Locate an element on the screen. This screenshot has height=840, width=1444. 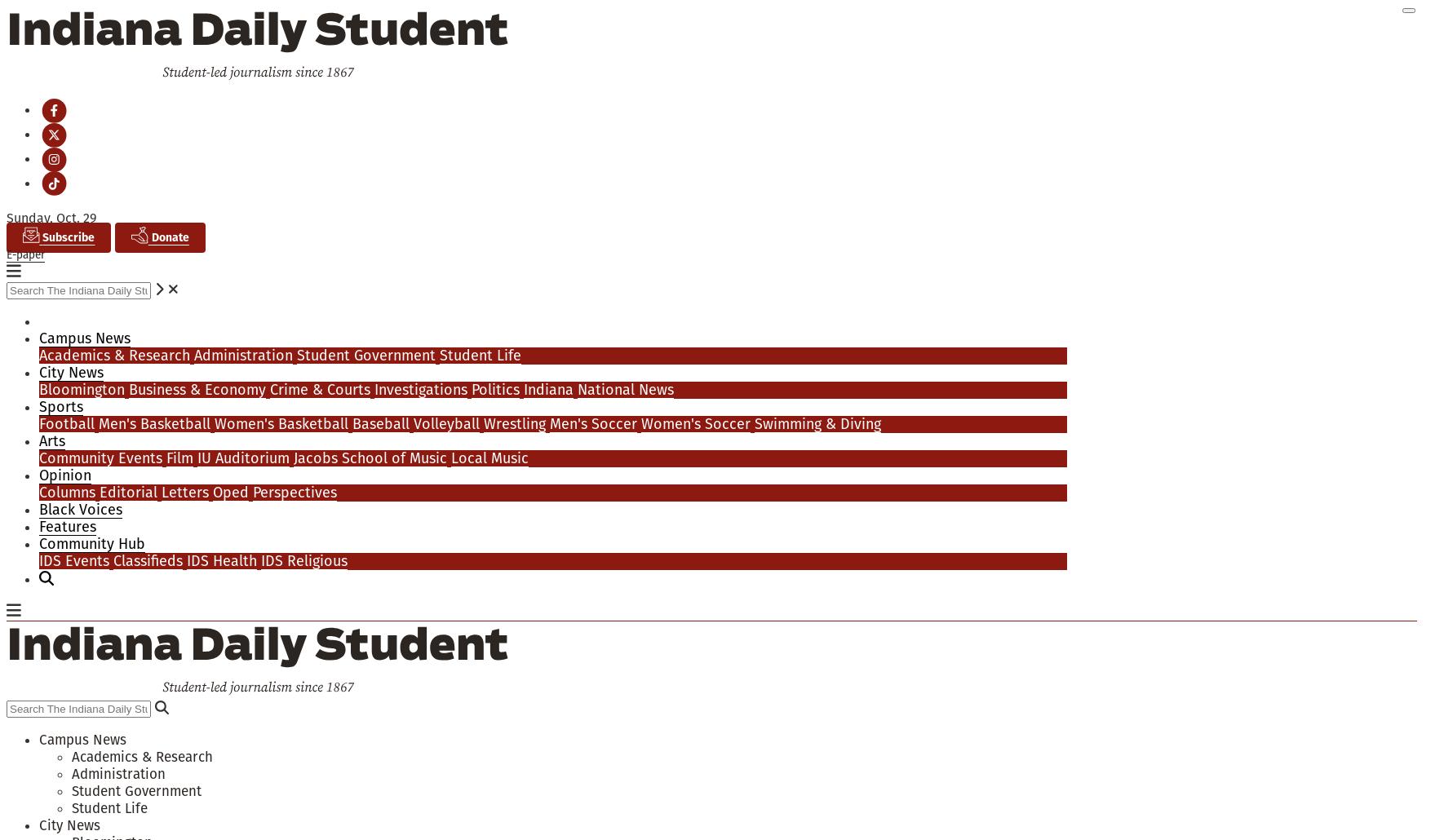
'Features' is located at coordinates (67, 524).